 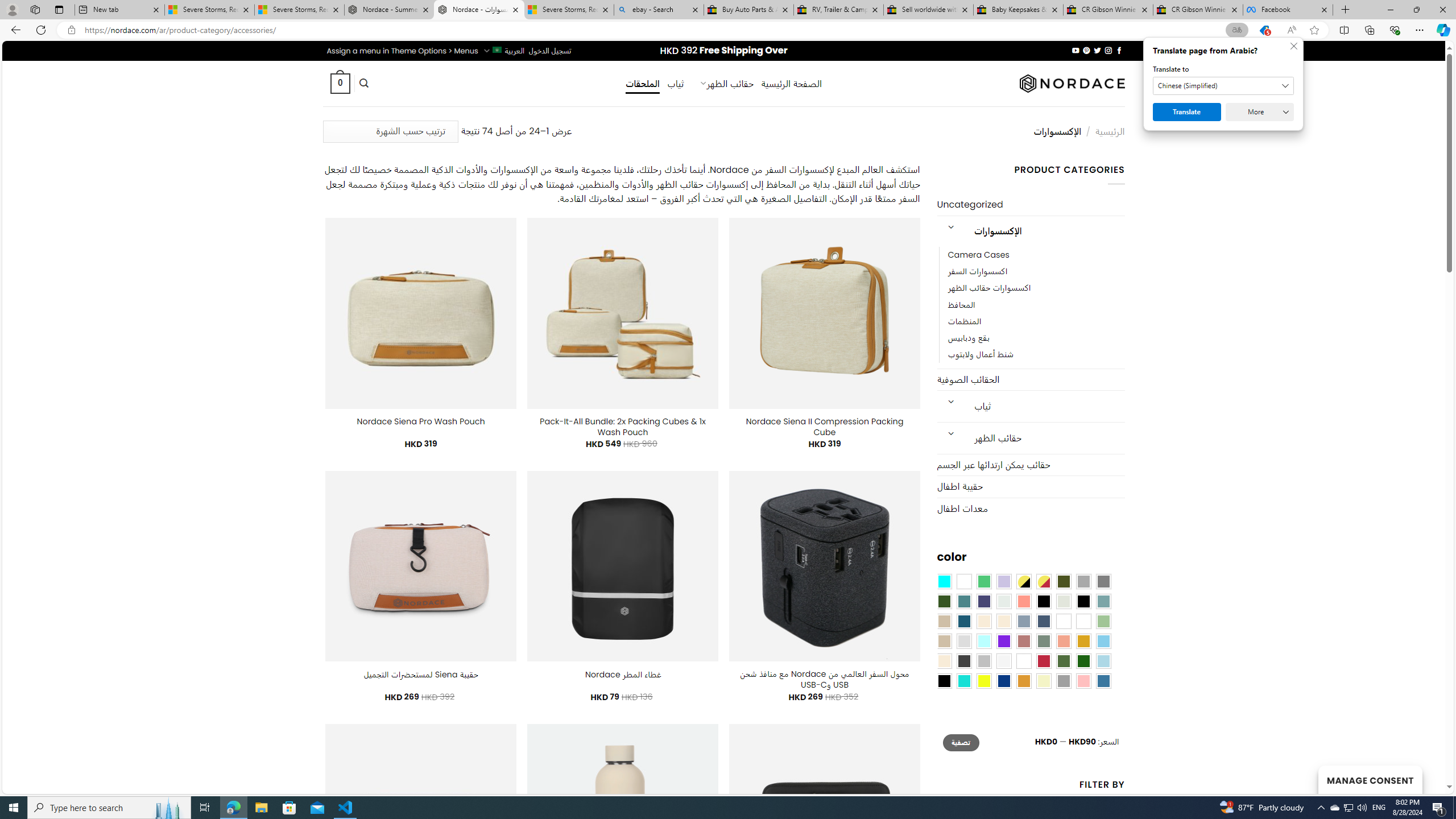 What do you see at coordinates (1075, 50) in the screenshot?
I see `'Follow on YouTube'` at bounding box center [1075, 50].